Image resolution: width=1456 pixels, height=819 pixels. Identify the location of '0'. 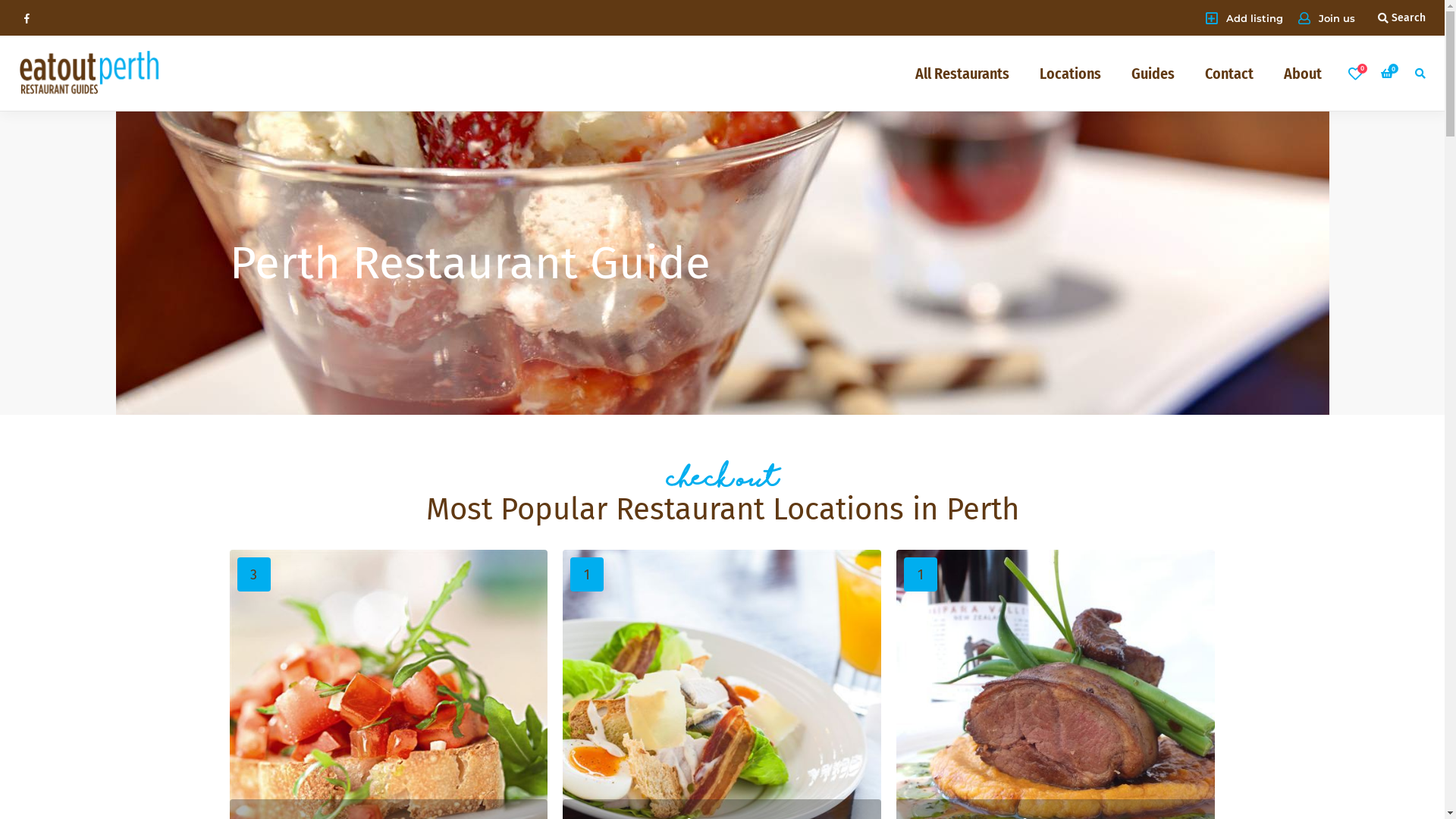
(1389, 73).